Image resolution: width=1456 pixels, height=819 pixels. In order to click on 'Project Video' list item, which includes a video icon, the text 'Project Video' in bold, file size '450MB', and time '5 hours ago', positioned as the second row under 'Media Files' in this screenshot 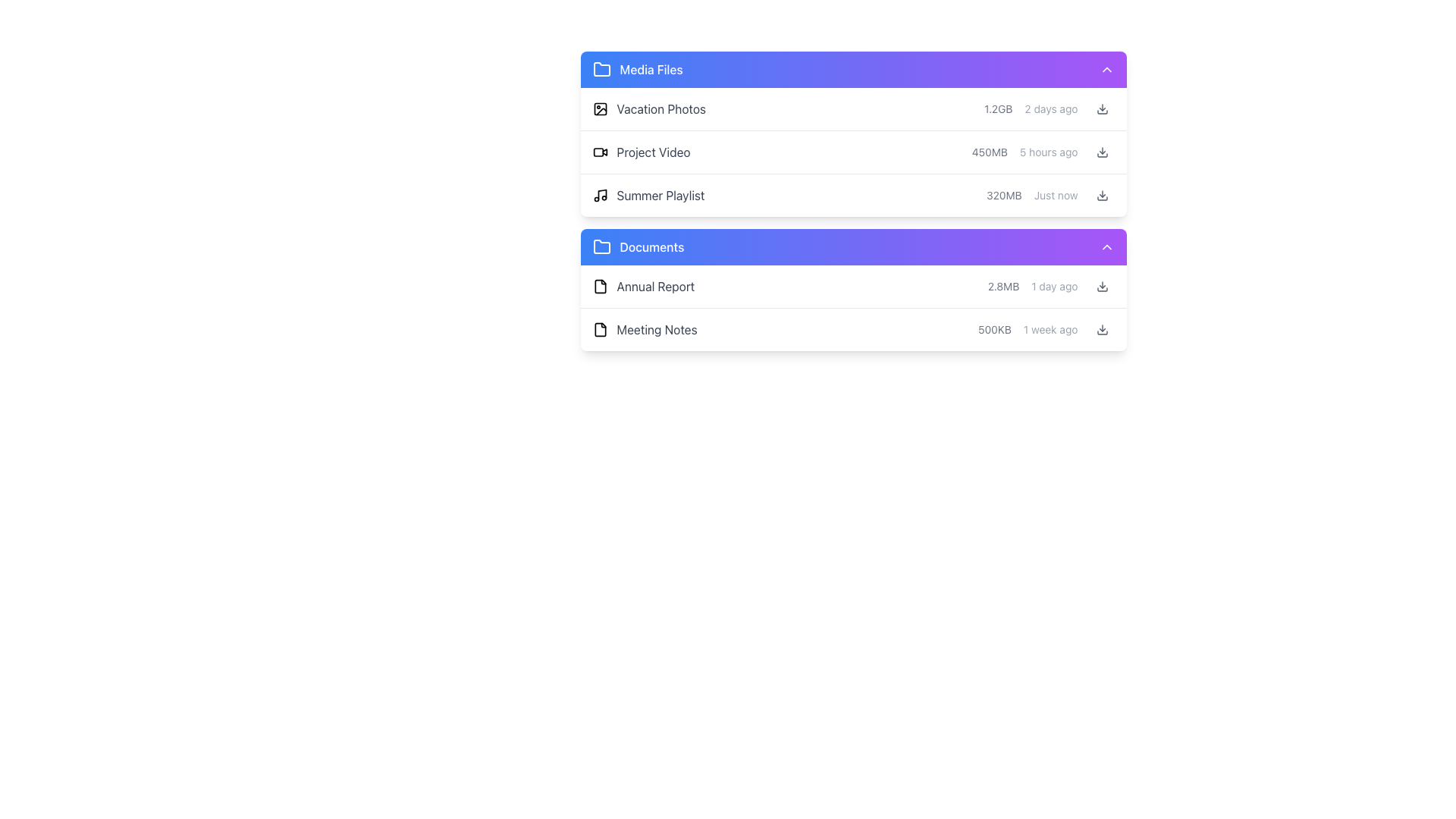, I will do `click(853, 152)`.